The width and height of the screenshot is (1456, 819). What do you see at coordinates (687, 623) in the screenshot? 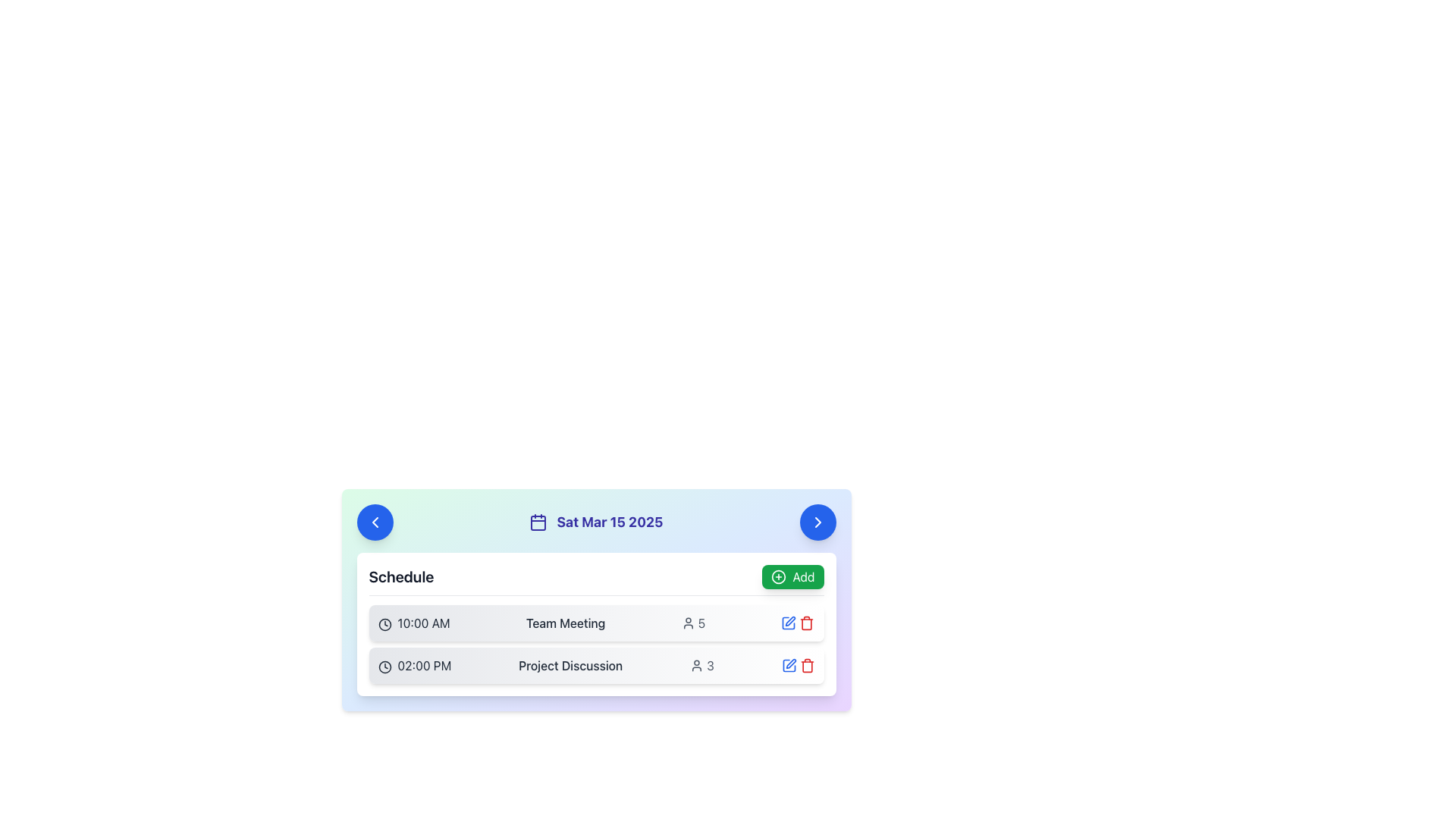
I see `the SVG icon representing participants for the 'Team Meeting' event, located beside the attendee count '5'` at bounding box center [687, 623].